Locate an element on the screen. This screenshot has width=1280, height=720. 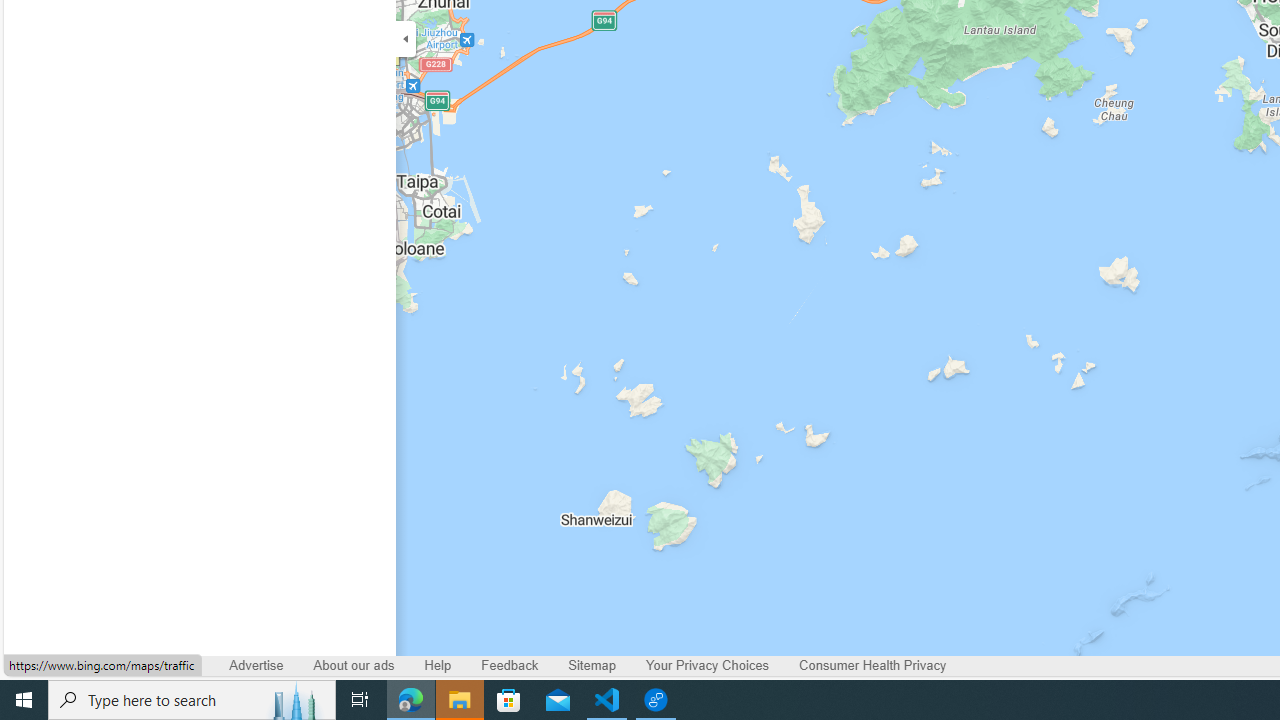
'About our ads' is located at coordinates (353, 666).